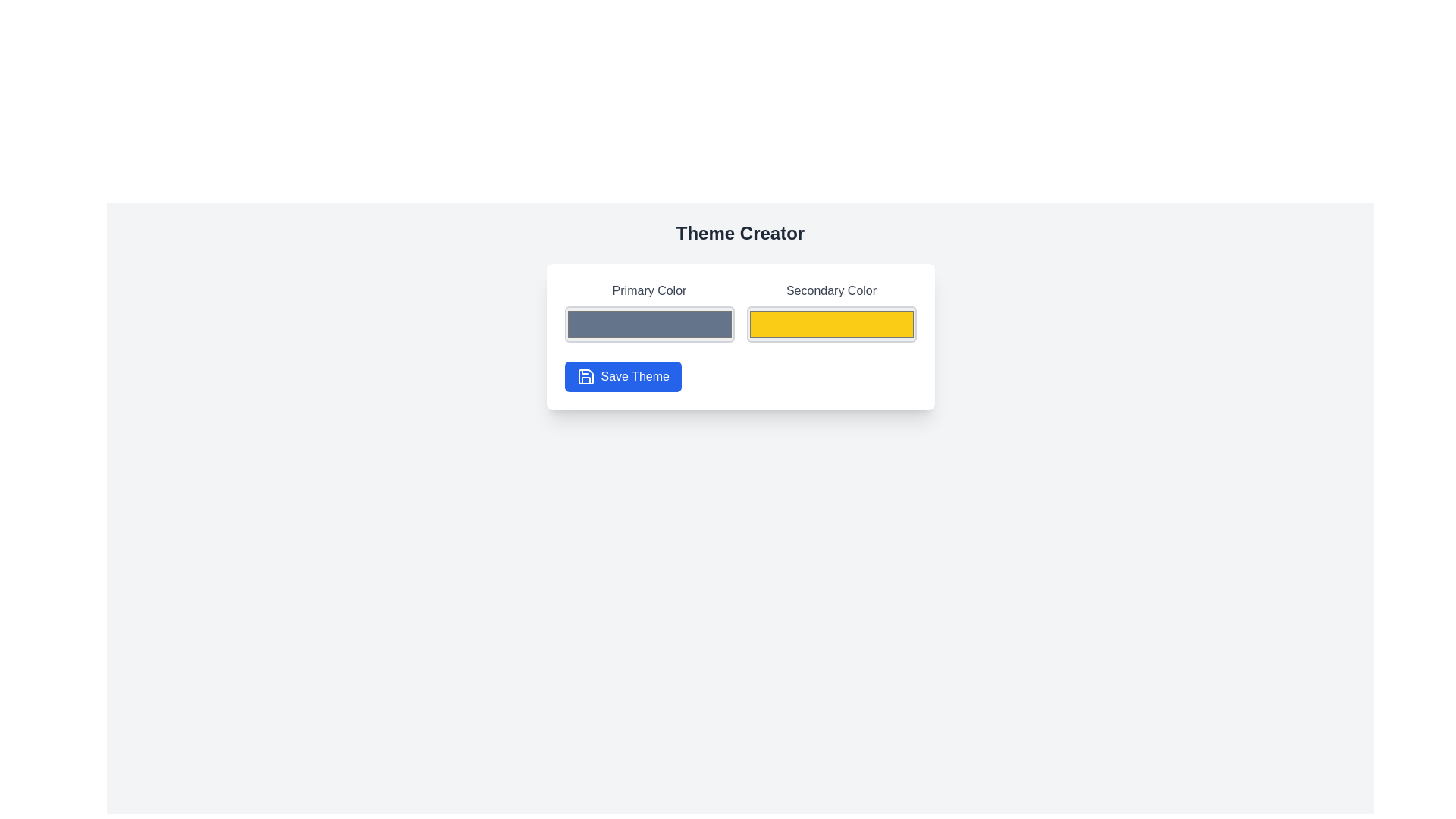 The height and width of the screenshot is (819, 1456). What do you see at coordinates (830, 312) in the screenshot?
I see `the Color picker element located` at bounding box center [830, 312].